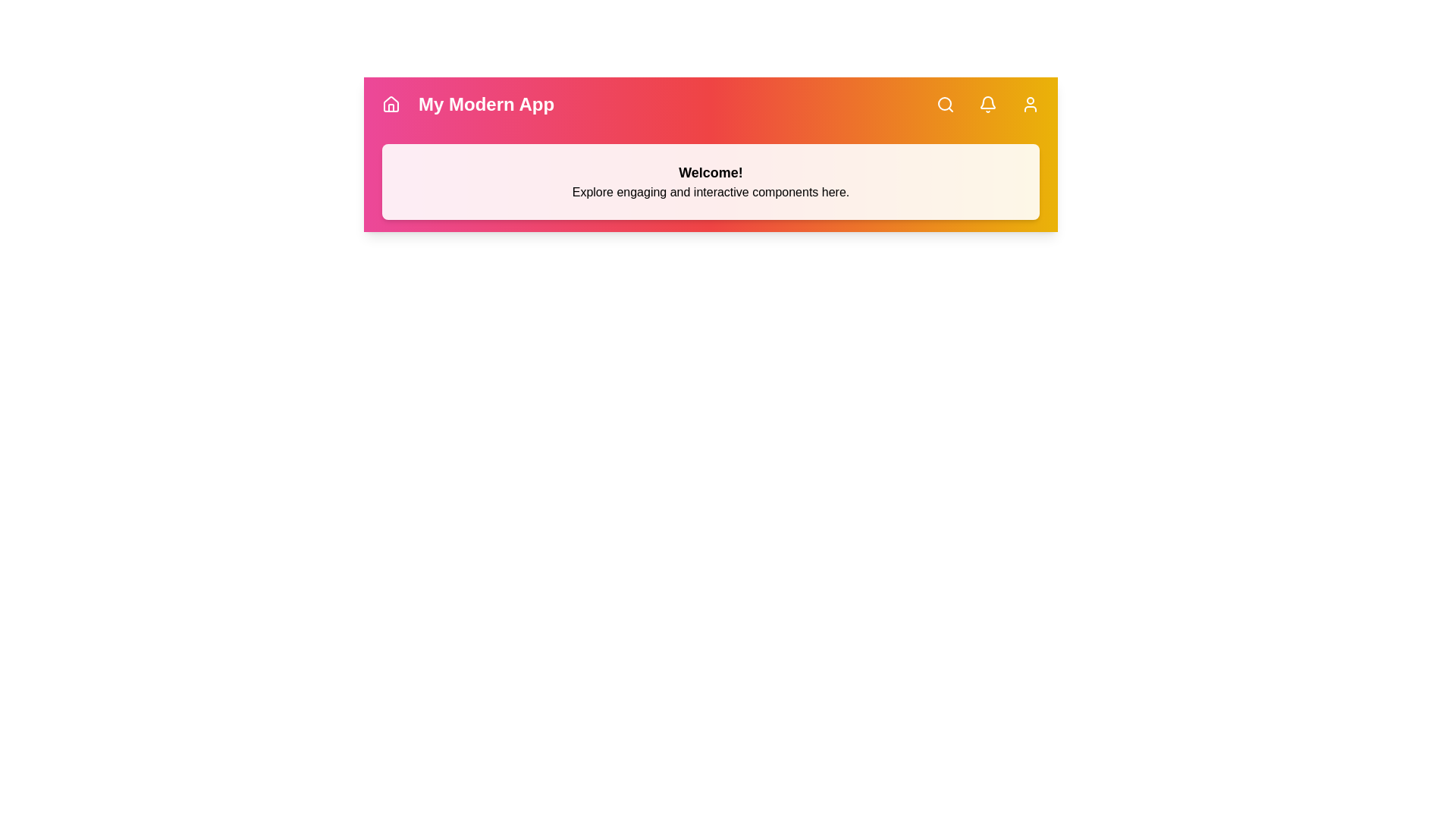 The image size is (1456, 819). What do you see at coordinates (391, 104) in the screenshot?
I see `the Home button in the app bar` at bounding box center [391, 104].